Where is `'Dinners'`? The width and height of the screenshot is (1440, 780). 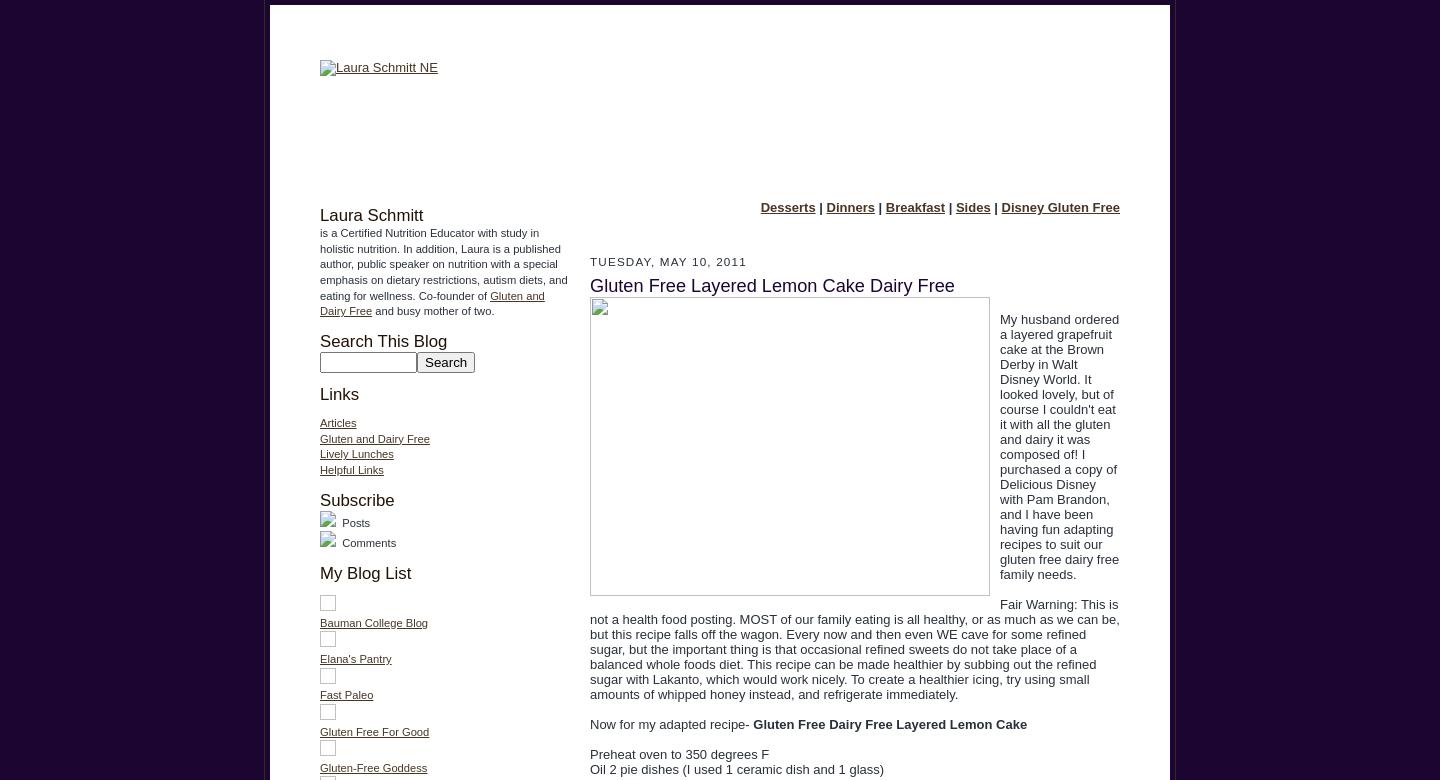 'Dinners' is located at coordinates (849, 207).